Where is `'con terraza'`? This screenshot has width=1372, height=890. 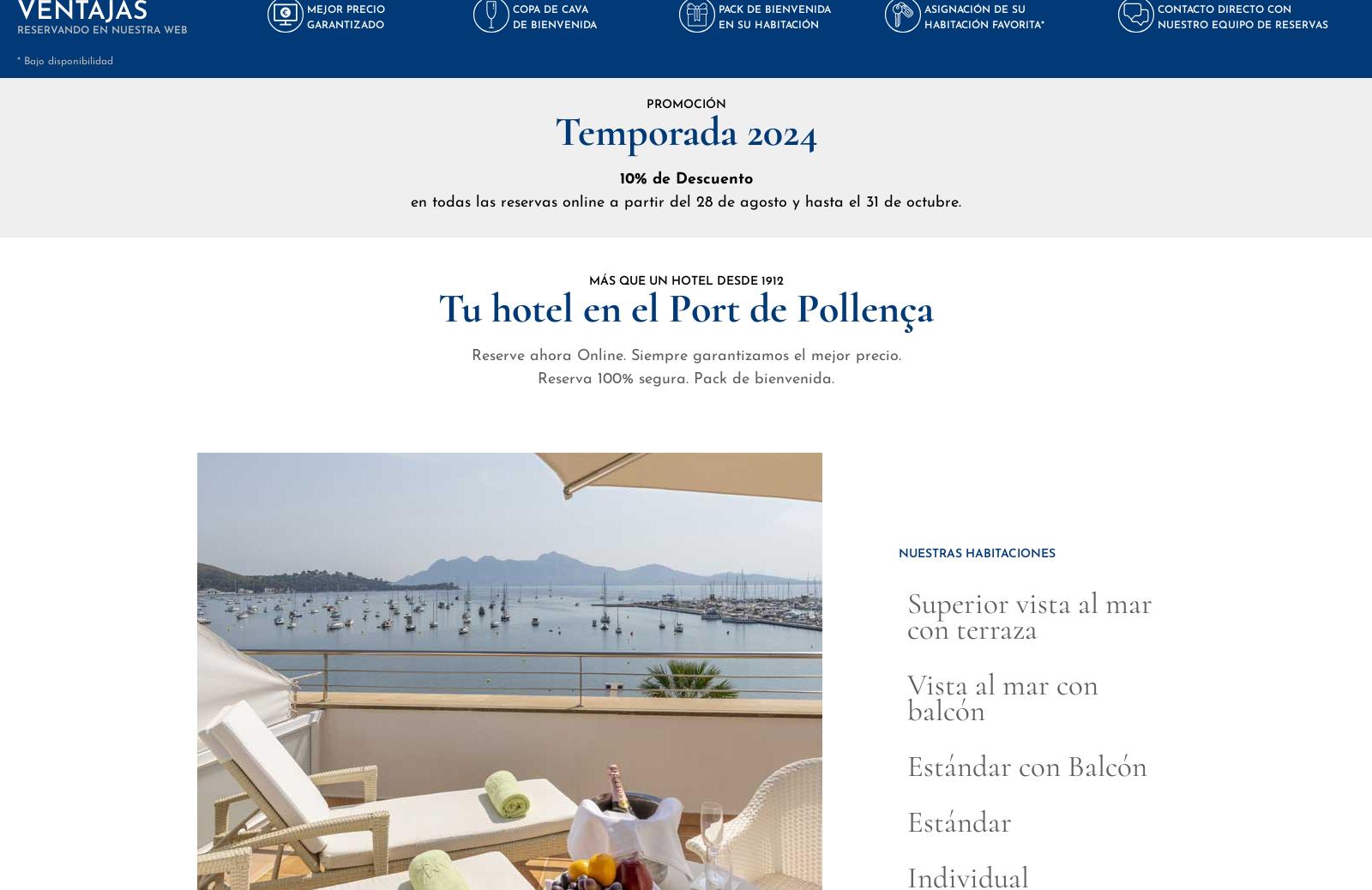 'con terraza' is located at coordinates (907, 628).